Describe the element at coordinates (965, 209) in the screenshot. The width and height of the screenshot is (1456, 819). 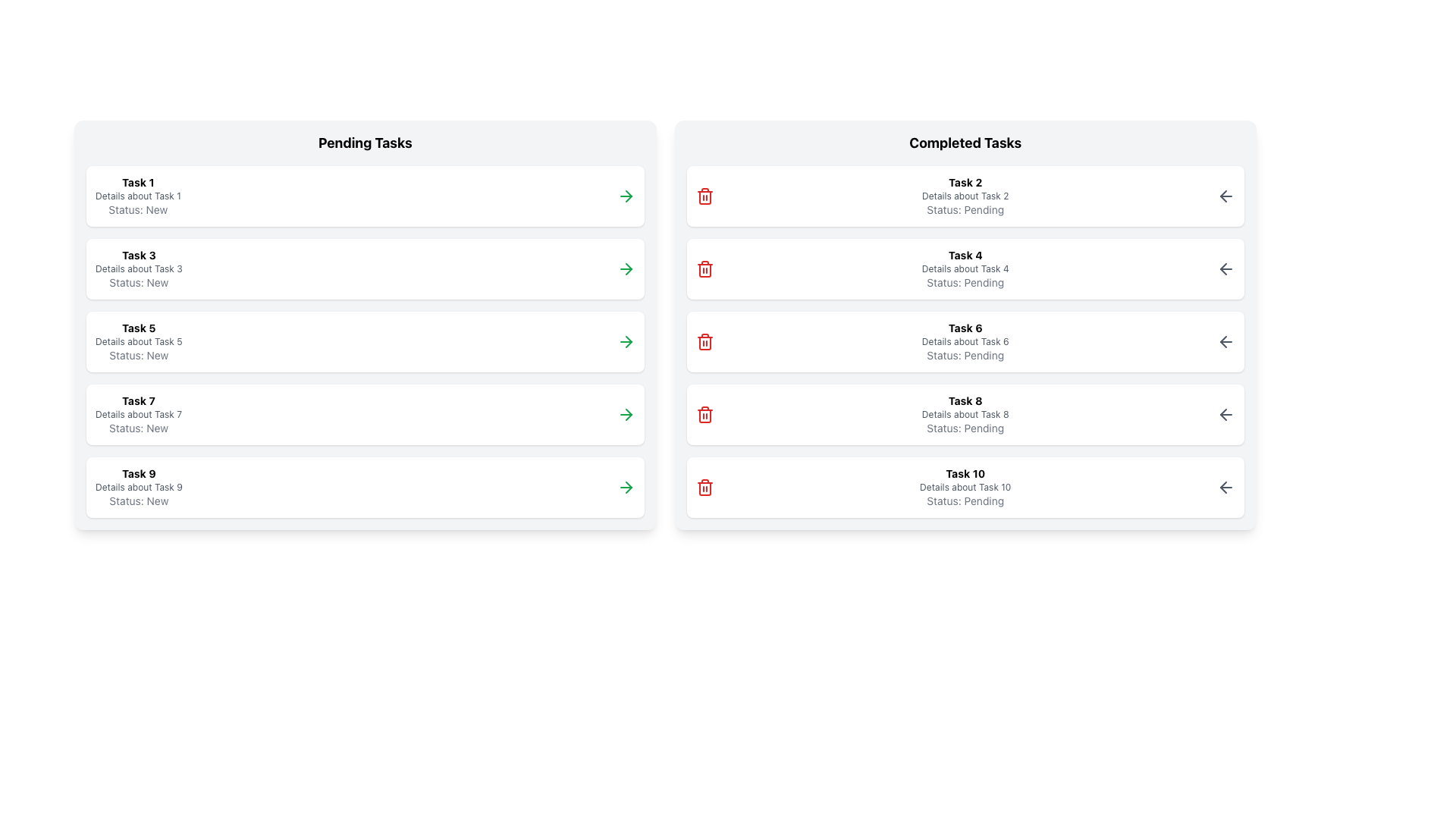
I see `the informational Text label indicating the status of 'Task 2' as 'Pending', which is located in the 'Completed Tasks' section beneath 'Details about Task 2'` at that location.